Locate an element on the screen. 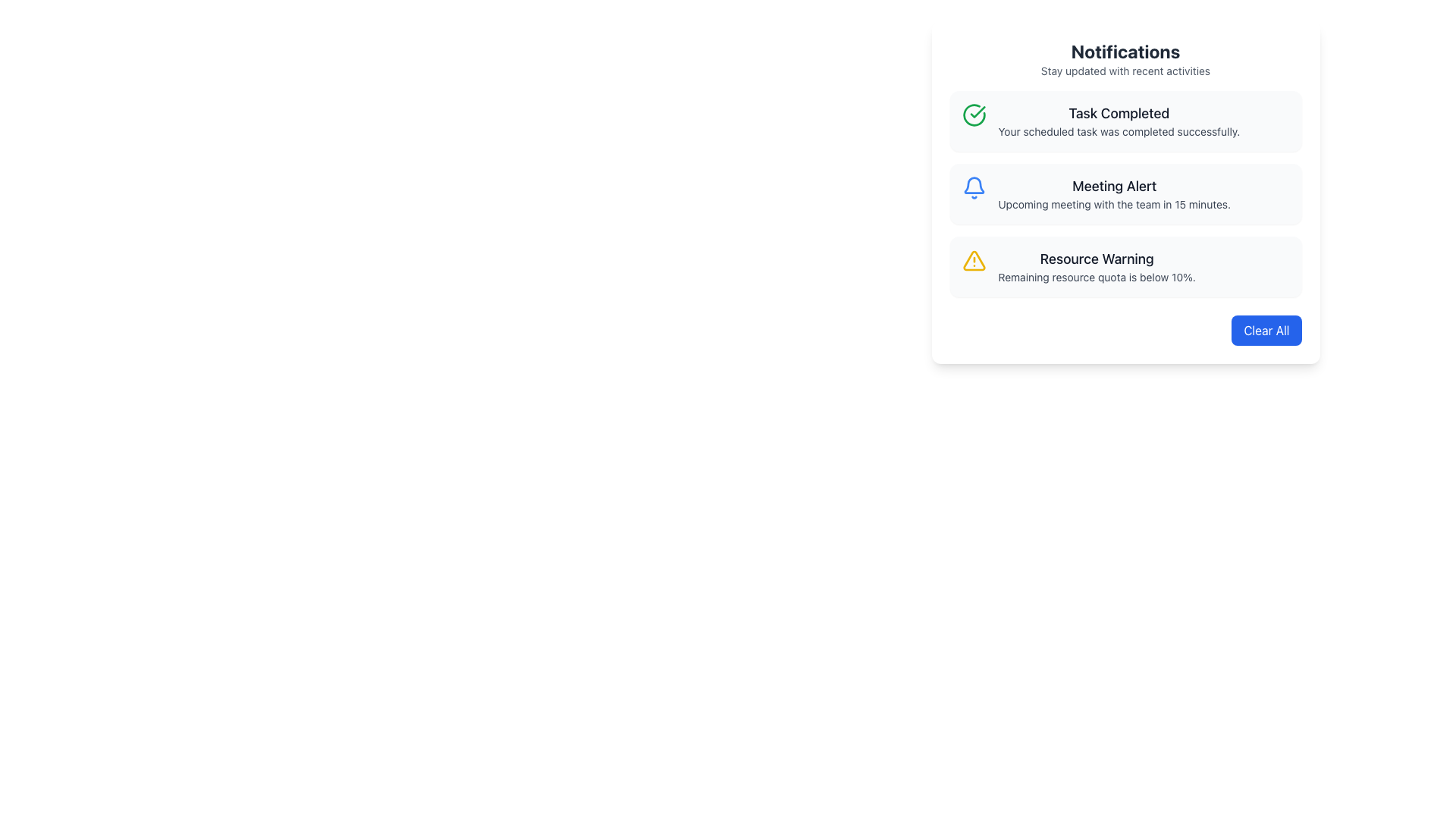 Image resolution: width=1456 pixels, height=819 pixels. text content of the Notification card located in the notifications panel, positioned directly under the 'Meeting Alert' card and is the third card from the top is located at coordinates (1125, 265).